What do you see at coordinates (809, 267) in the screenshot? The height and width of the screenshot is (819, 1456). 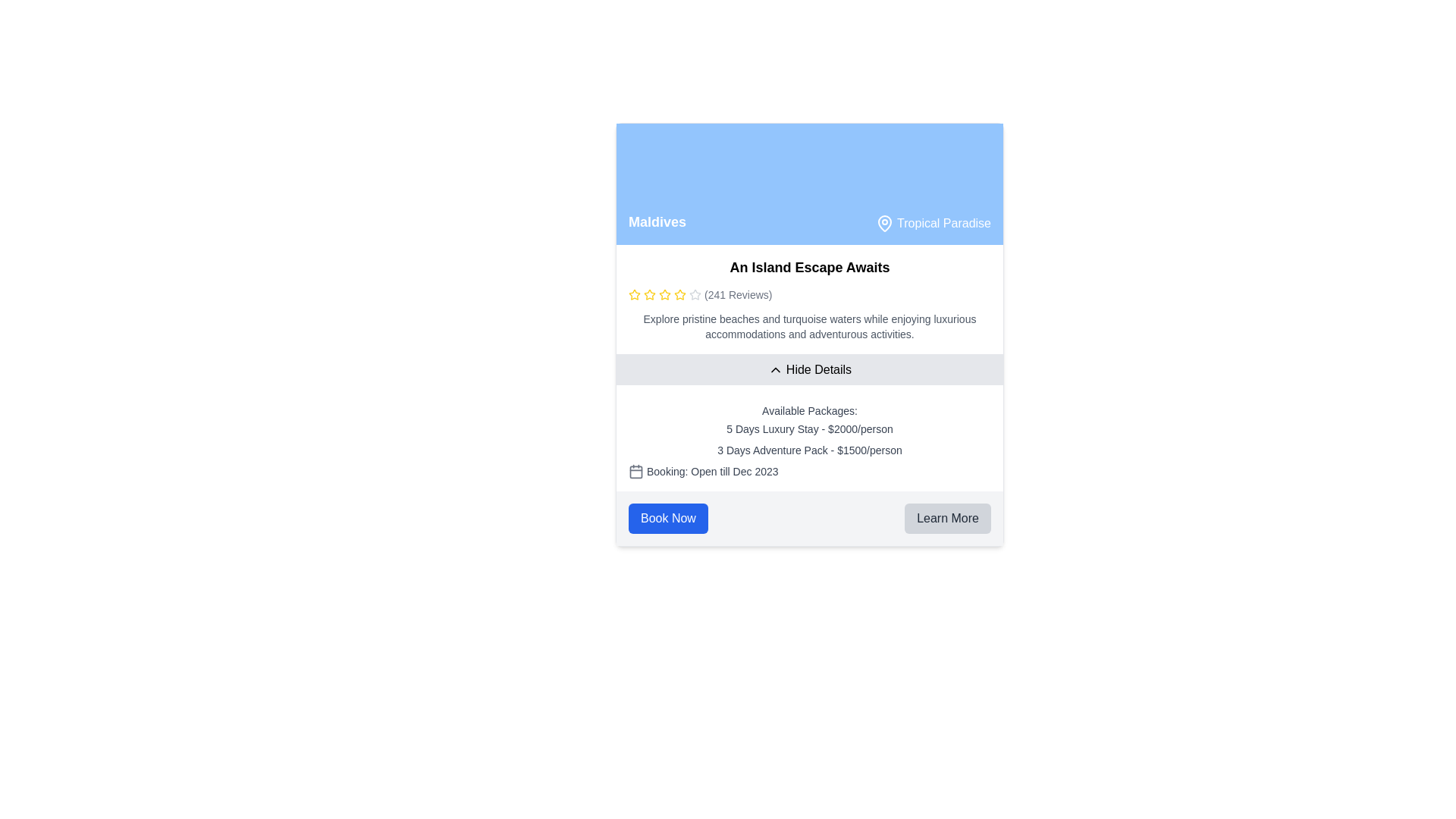 I see `prominently styled, bold textual title 'An Island Escape Awaits' located centrally above the review section` at bounding box center [809, 267].